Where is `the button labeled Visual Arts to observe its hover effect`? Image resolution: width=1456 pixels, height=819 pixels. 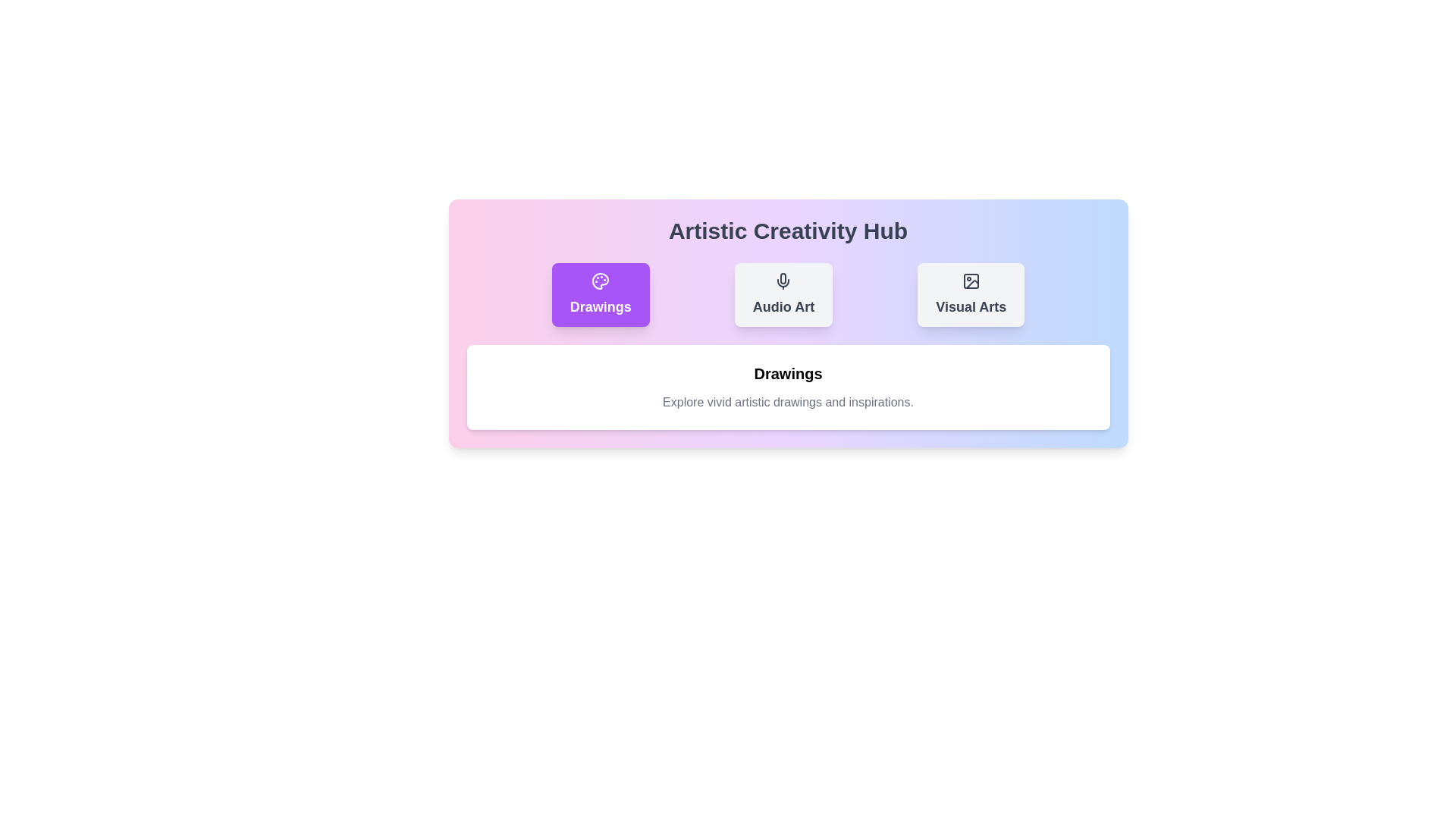 the button labeled Visual Arts to observe its hover effect is located at coordinates (971, 295).